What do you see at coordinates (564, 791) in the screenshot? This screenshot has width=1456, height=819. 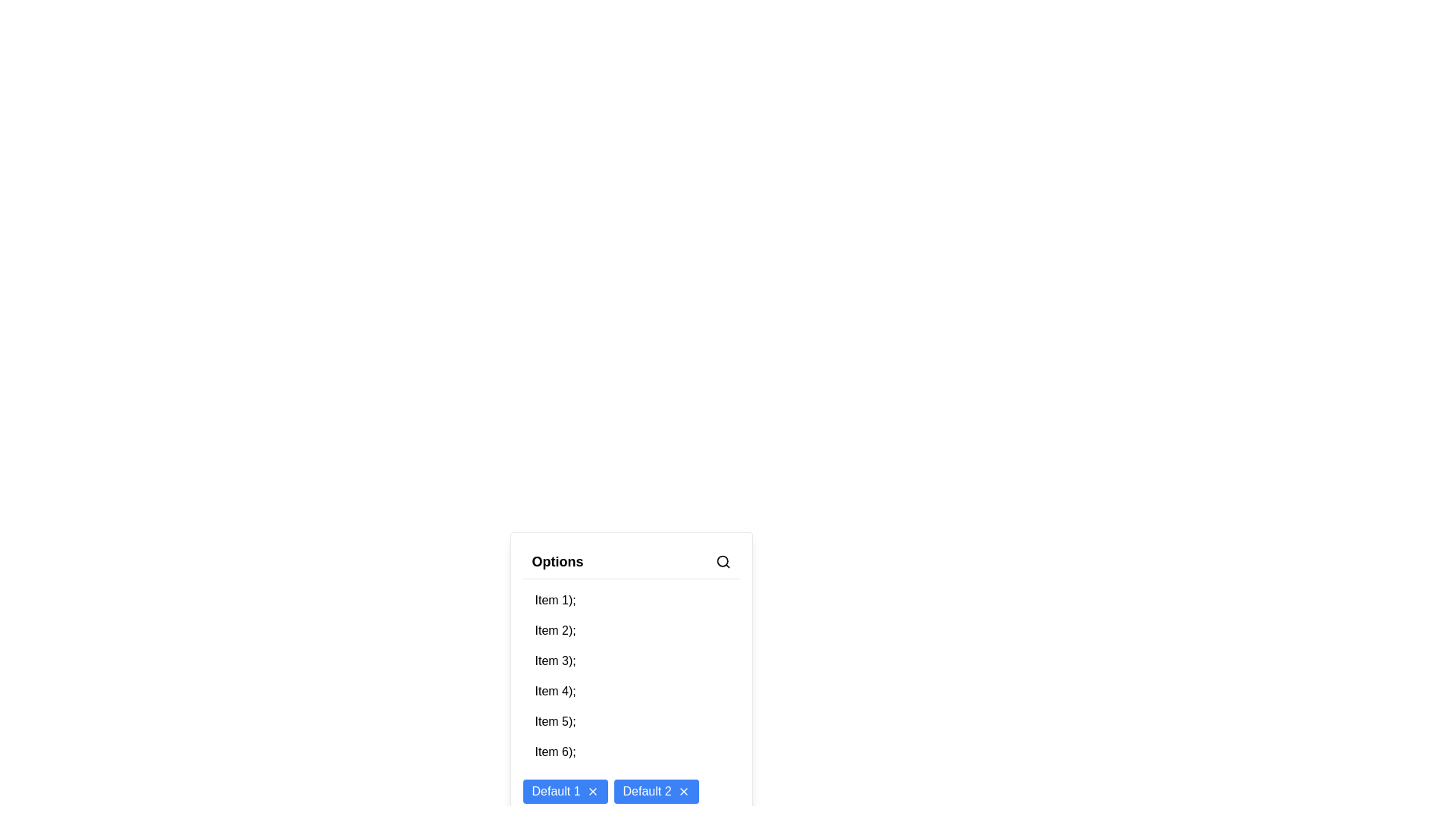 I see `the first button in the horizontal list below the 'Options' dropdown` at bounding box center [564, 791].